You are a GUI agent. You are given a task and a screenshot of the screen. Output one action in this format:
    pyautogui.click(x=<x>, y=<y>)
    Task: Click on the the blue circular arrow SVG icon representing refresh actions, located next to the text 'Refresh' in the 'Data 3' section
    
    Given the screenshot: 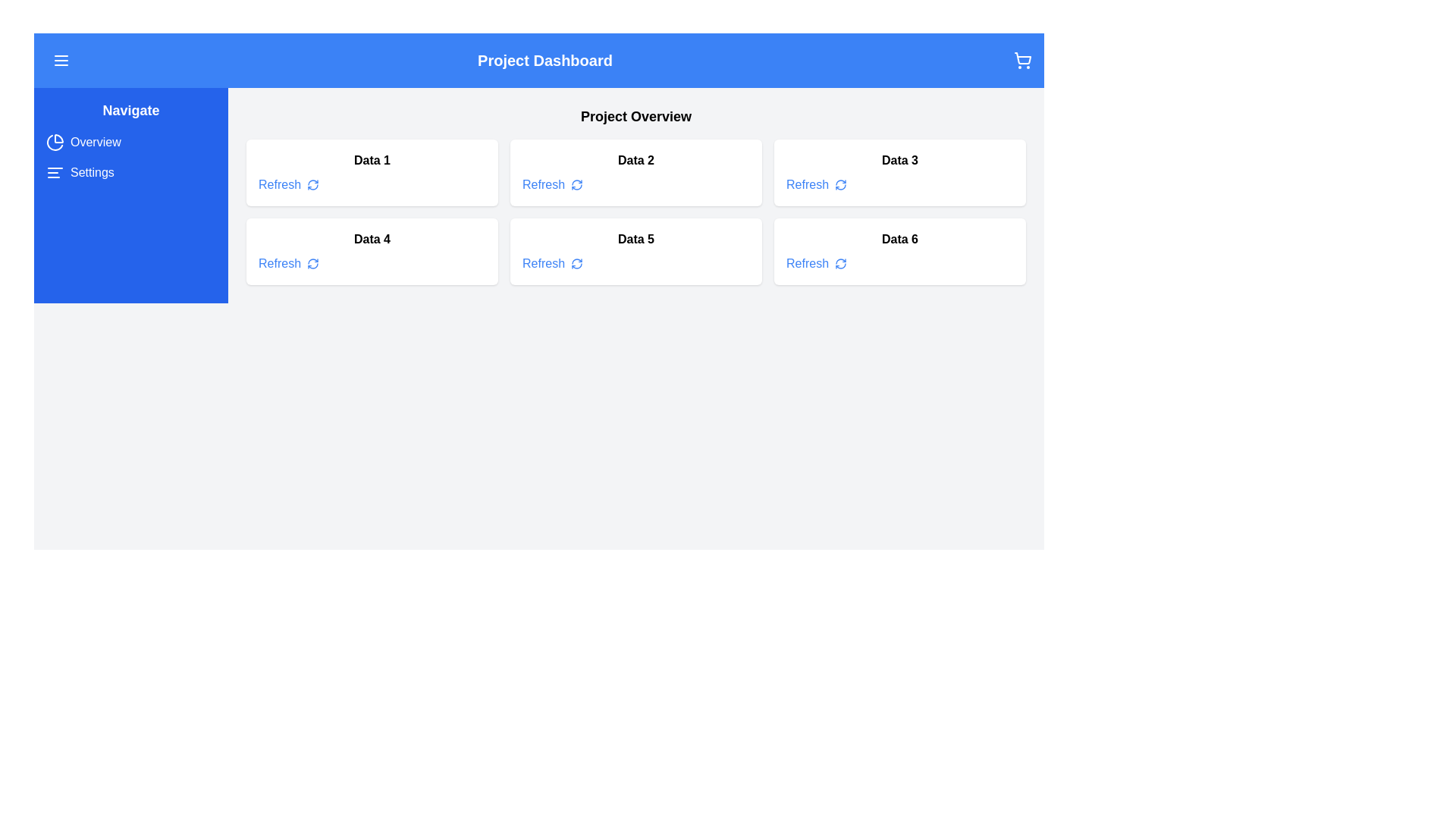 What is the action you would take?
    pyautogui.click(x=839, y=184)
    